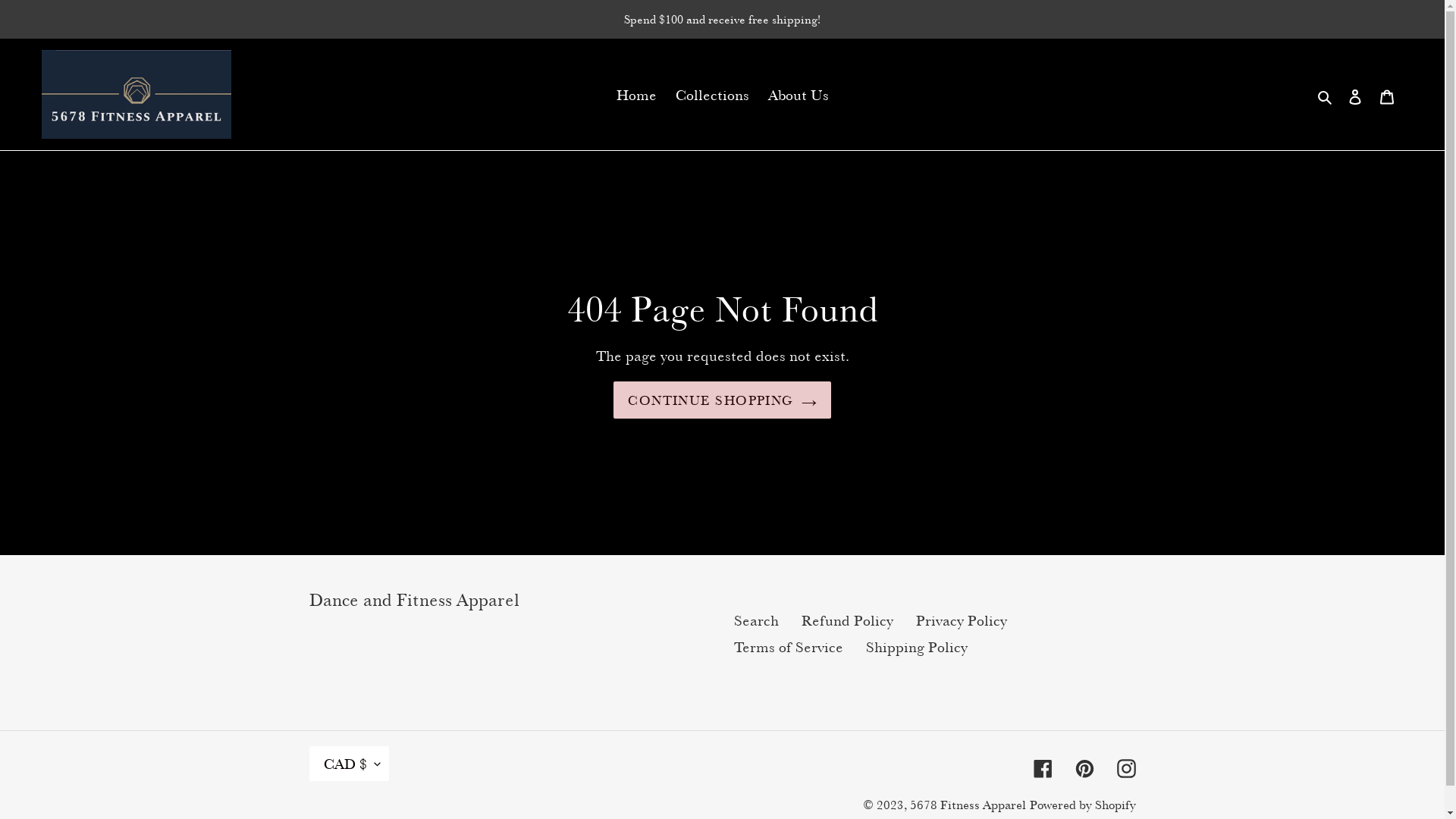 Image resolution: width=1456 pixels, height=819 pixels. What do you see at coordinates (915, 620) in the screenshot?
I see `'Privacy Policy'` at bounding box center [915, 620].